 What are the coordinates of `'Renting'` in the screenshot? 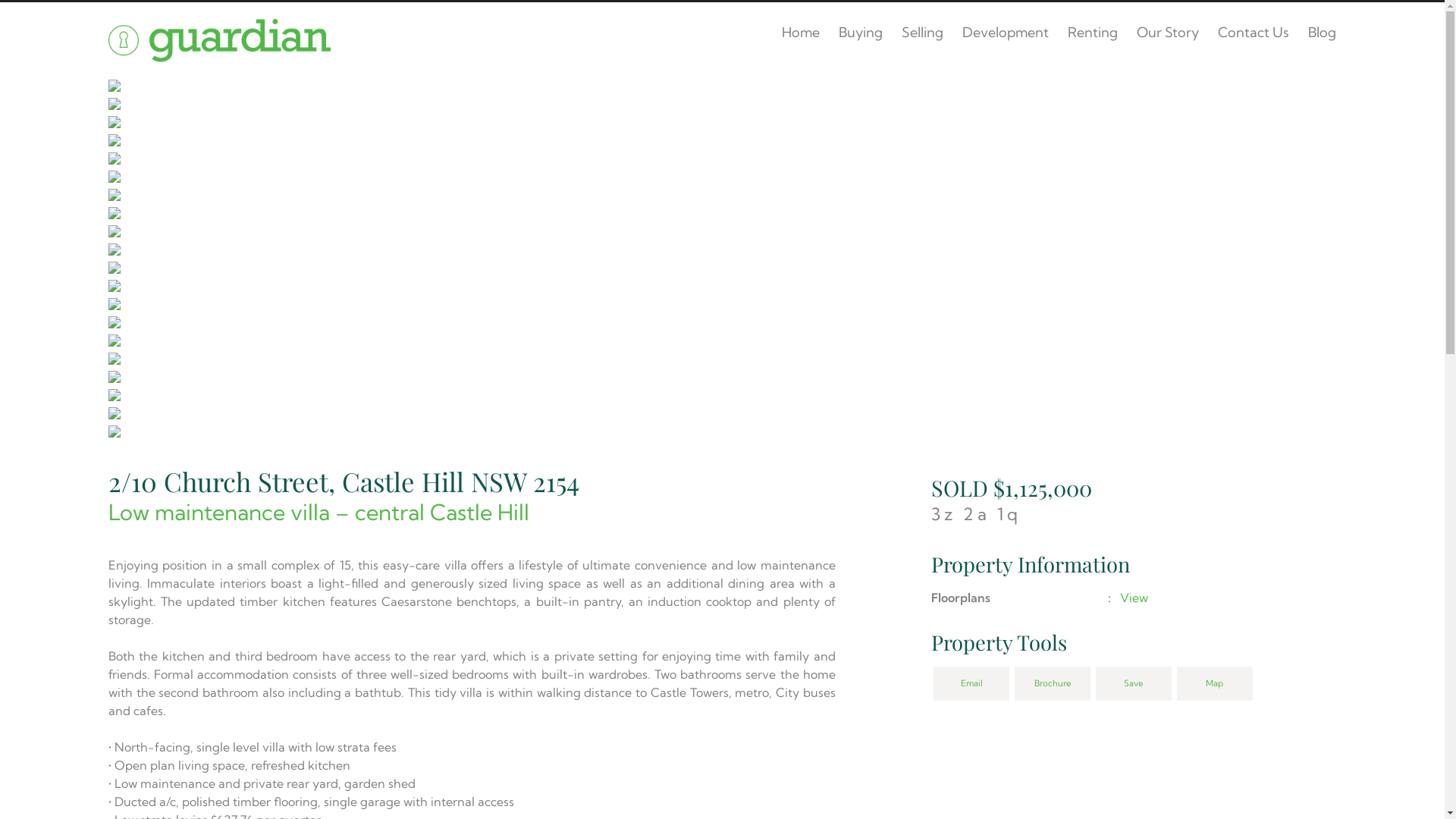 It's located at (1092, 32).